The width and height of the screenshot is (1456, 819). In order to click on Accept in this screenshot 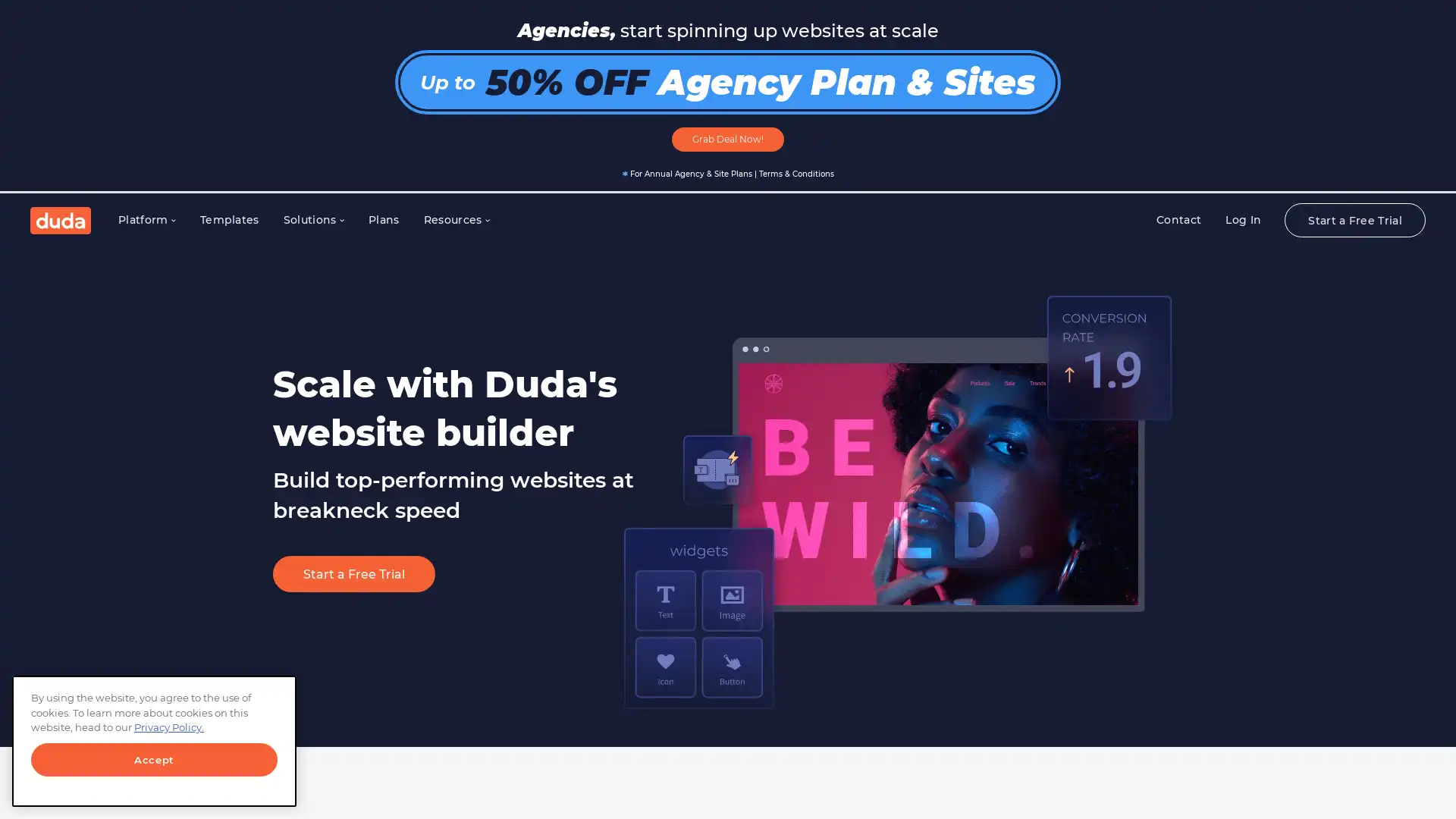, I will do `click(154, 760)`.